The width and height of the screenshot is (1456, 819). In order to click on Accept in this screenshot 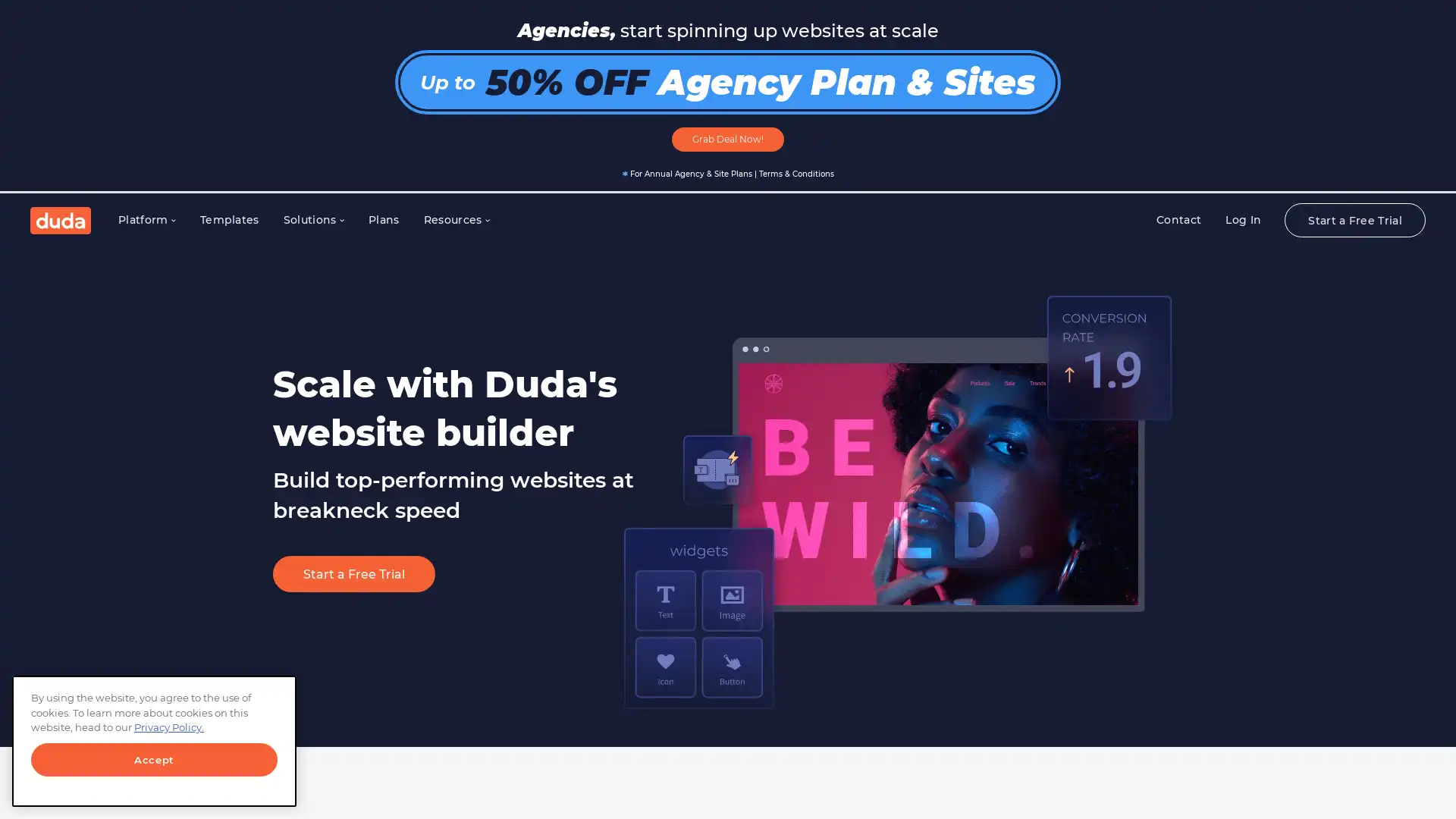, I will do `click(154, 760)`.